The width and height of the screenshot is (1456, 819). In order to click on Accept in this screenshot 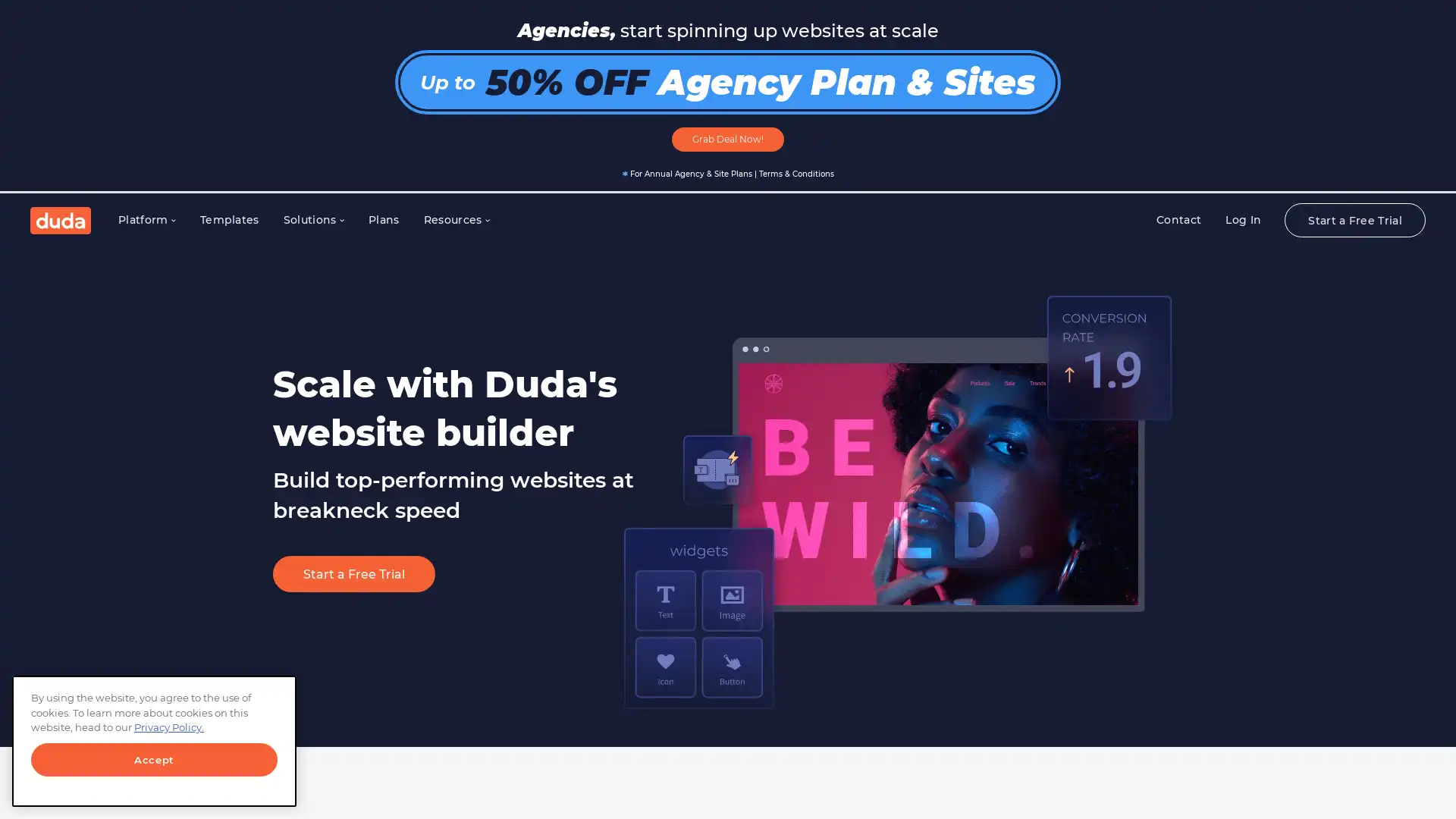, I will do `click(154, 760)`.